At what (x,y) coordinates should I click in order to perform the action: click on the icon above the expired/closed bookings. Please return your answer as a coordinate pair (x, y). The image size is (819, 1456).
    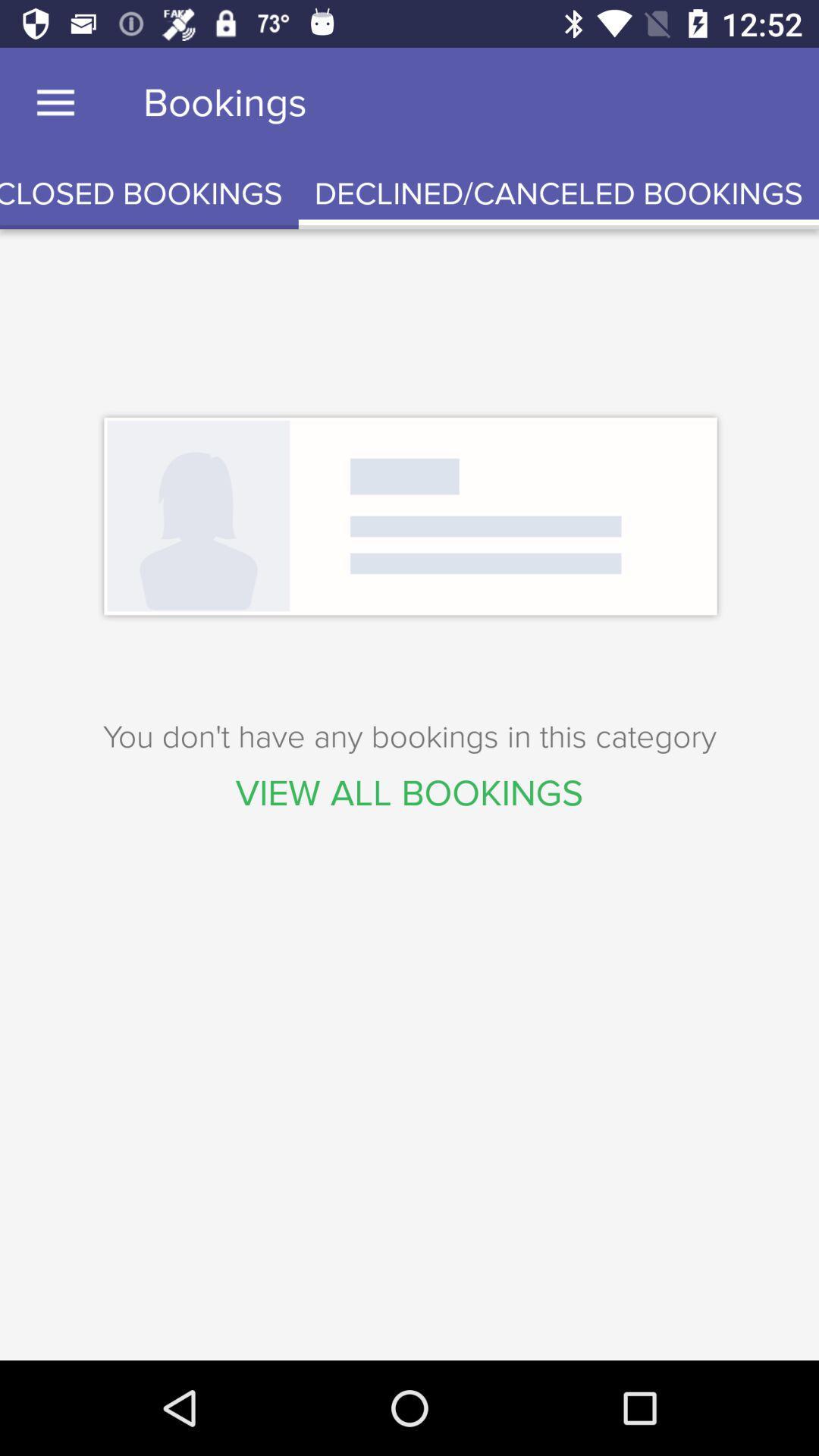
    Looking at the image, I should click on (55, 102).